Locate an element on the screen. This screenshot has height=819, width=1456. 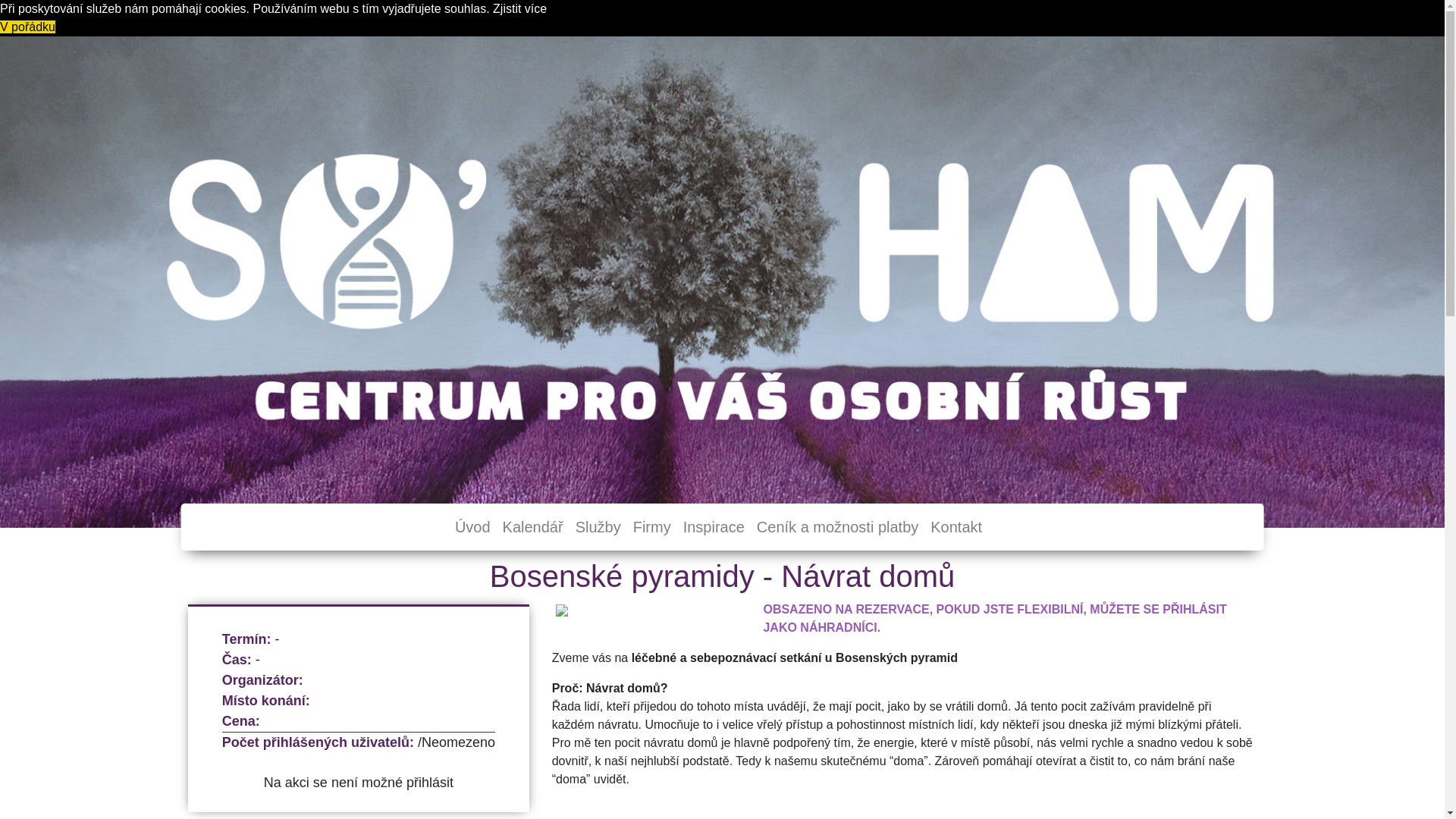
'Firmy' is located at coordinates (651, 526).